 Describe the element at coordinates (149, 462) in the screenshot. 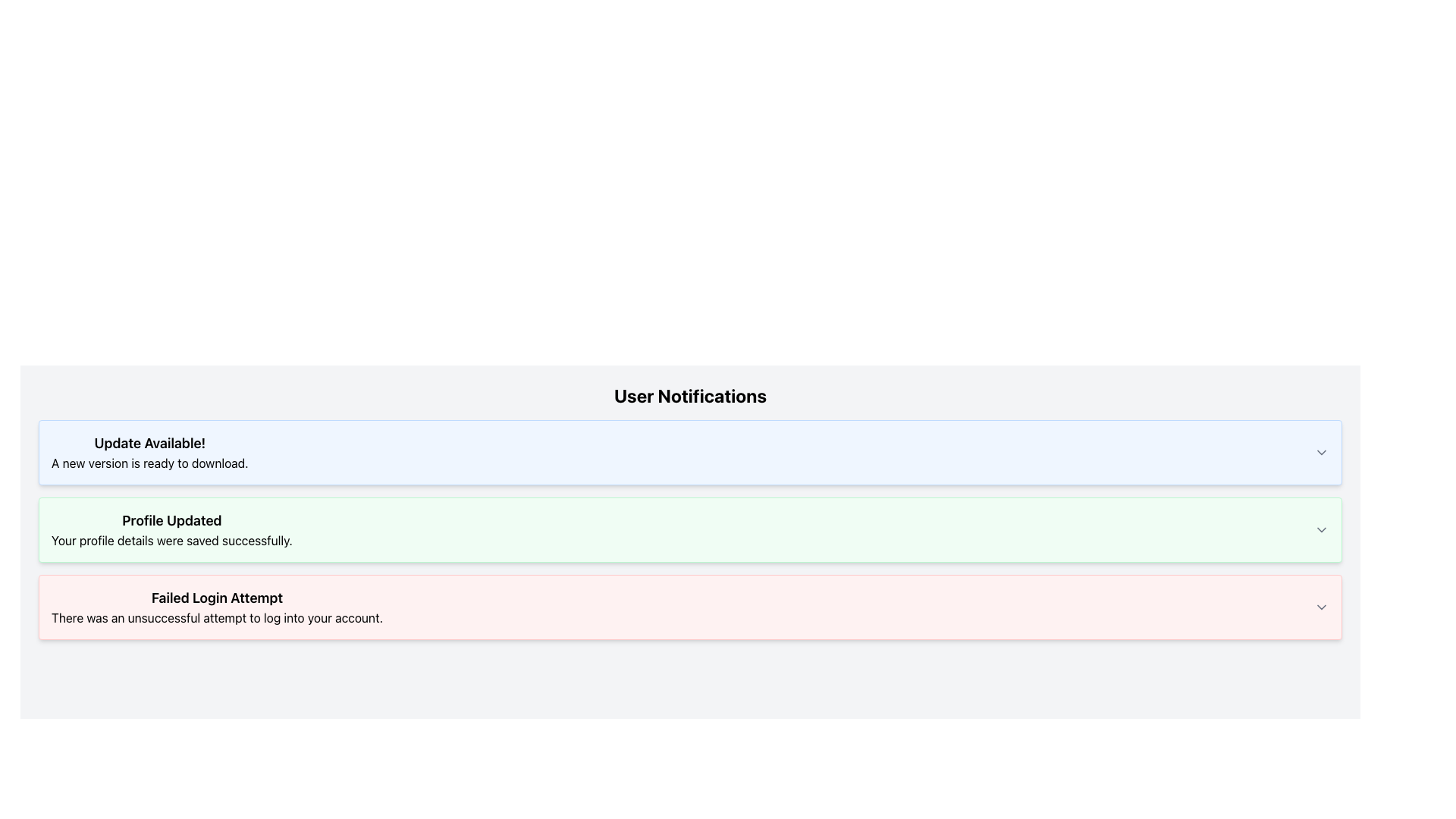

I see `descriptive text informing the user about the availability of a new version to download, located directly below the heading 'Update Available!' in the first notification card` at that location.